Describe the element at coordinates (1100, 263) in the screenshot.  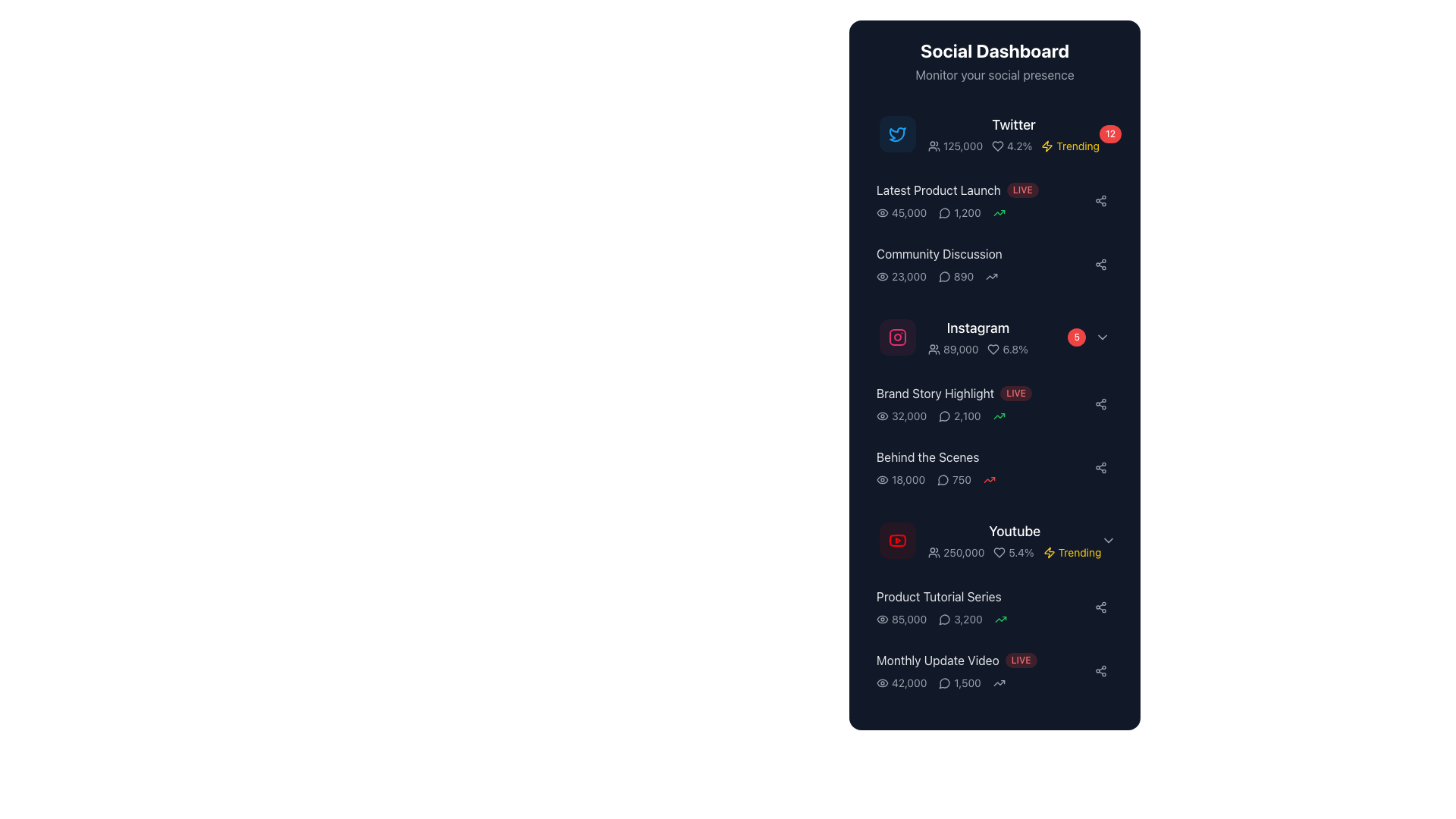
I see `the small gray sharing icon located to the far right of the 'Community Discussion' section in the social dashboard panel to observe a background color change` at that location.